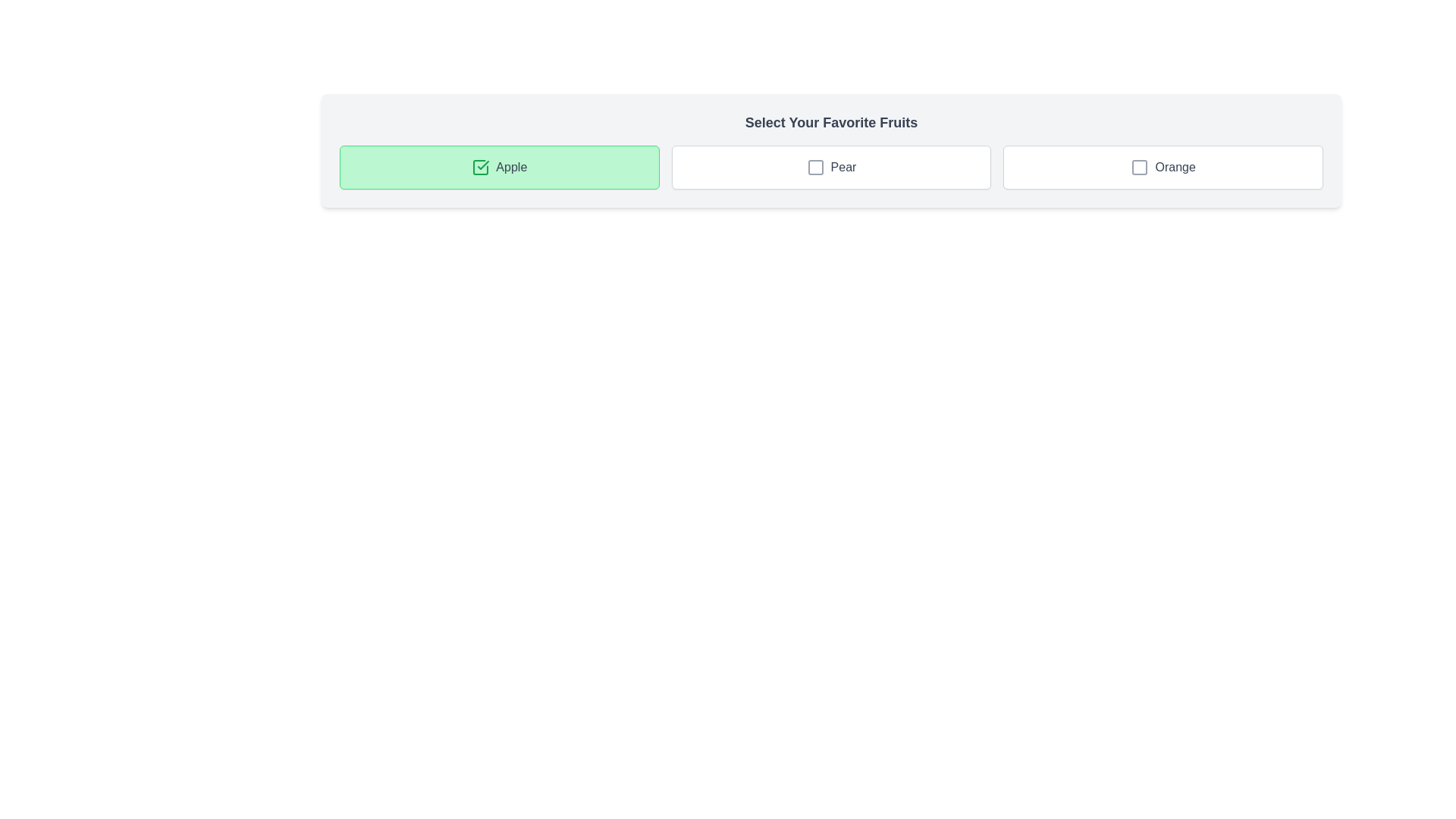  I want to click on the gray square-shaped icon with a rounded border located to the left of the text labeled 'Pear', so click(814, 167).